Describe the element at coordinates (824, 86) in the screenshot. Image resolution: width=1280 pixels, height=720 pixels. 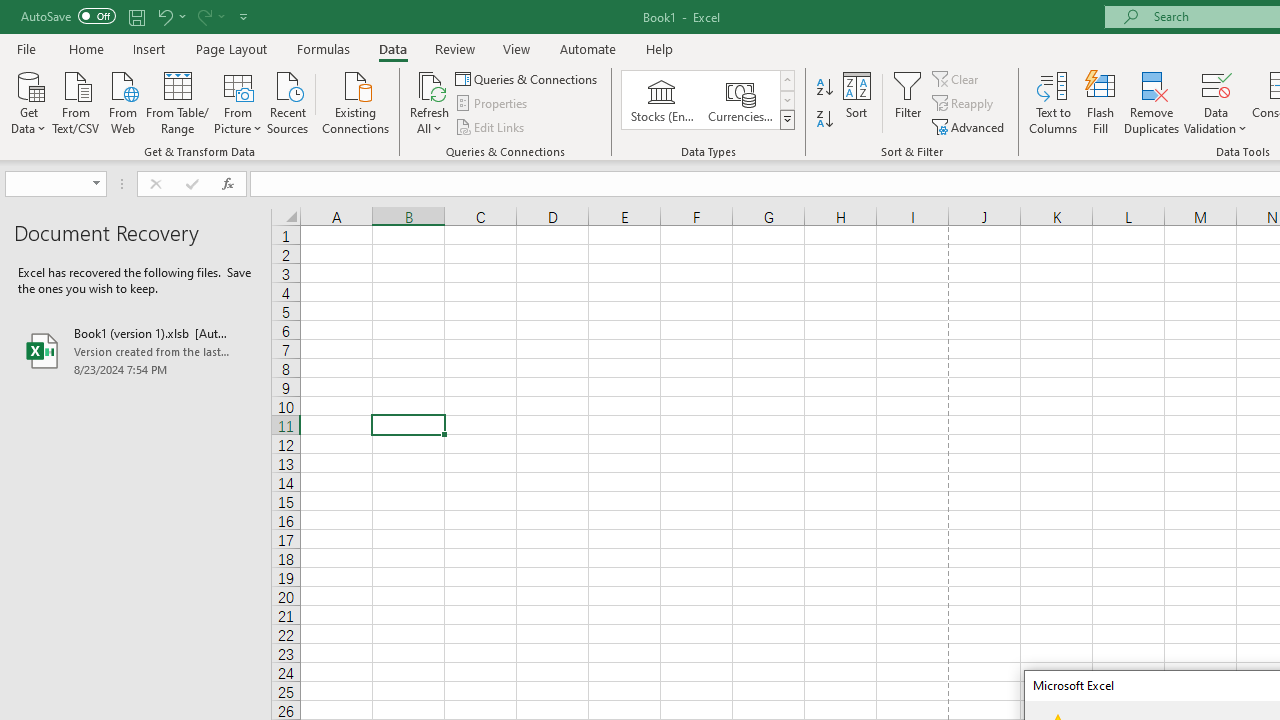
I see `'Sort A to Z'` at that location.